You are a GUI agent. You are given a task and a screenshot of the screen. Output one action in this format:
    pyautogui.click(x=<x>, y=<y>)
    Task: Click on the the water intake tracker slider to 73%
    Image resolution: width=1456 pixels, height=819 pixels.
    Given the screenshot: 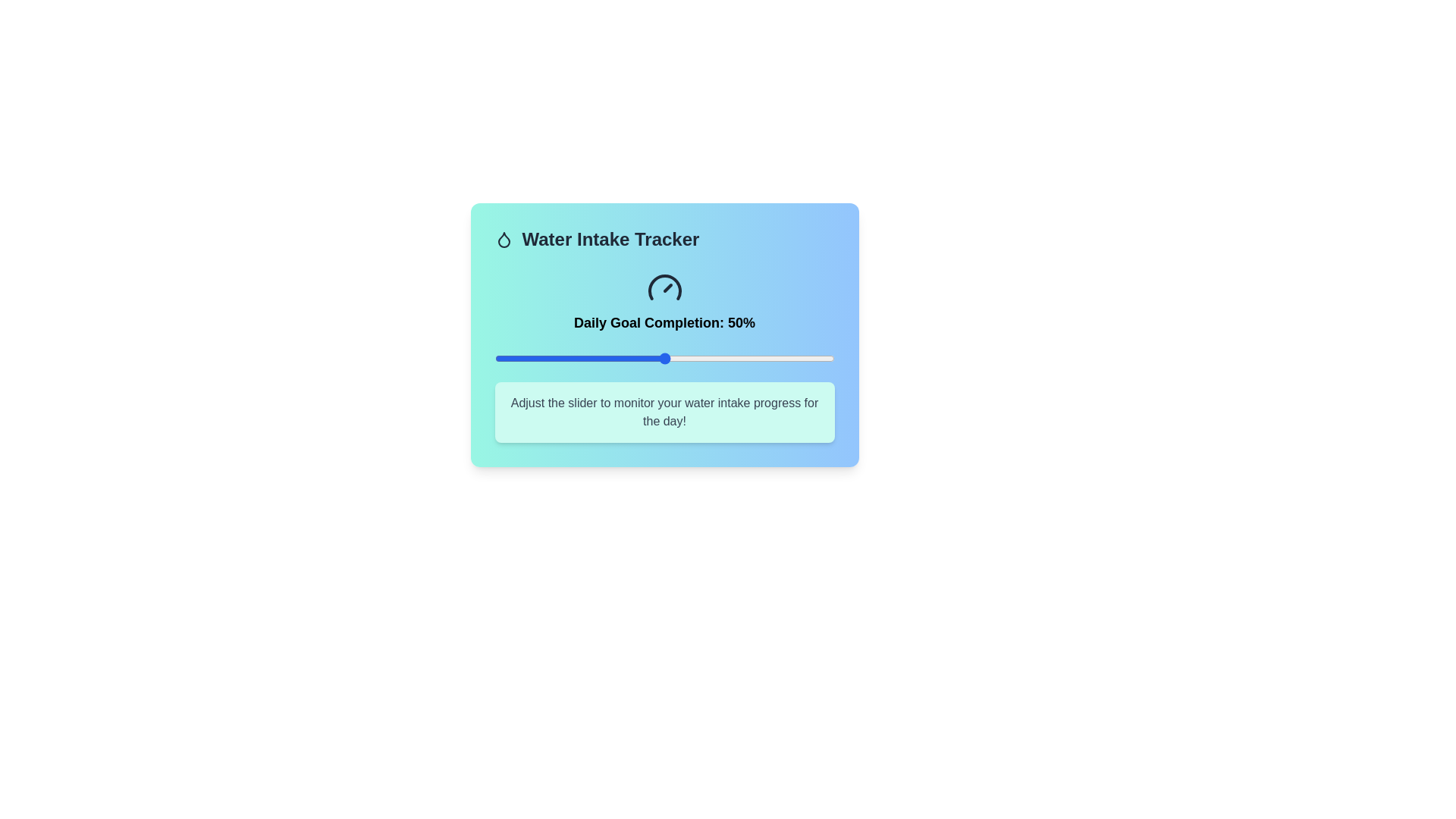 What is the action you would take?
    pyautogui.click(x=742, y=359)
    